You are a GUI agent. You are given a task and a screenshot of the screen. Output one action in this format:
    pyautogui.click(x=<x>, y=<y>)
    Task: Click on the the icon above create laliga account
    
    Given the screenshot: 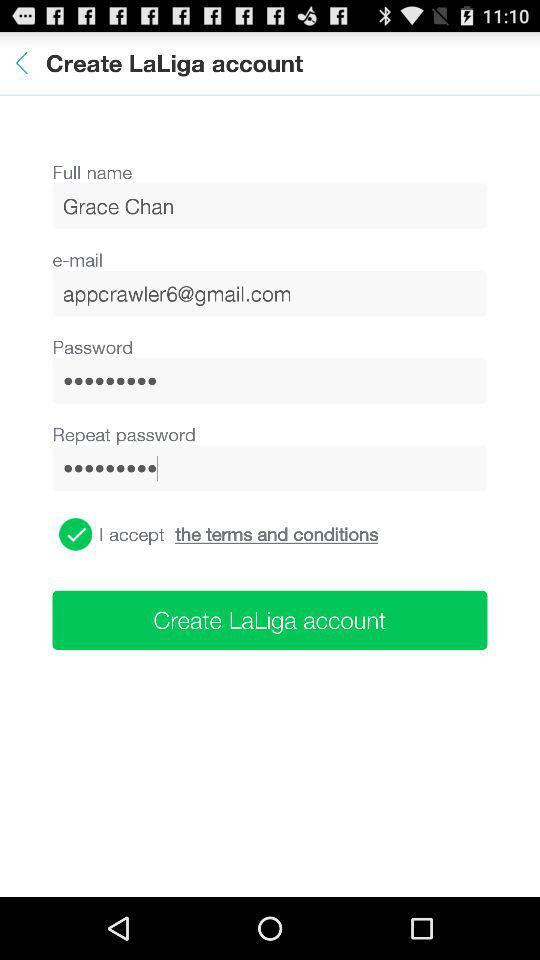 What is the action you would take?
    pyautogui.click(x=275, y=533)
    